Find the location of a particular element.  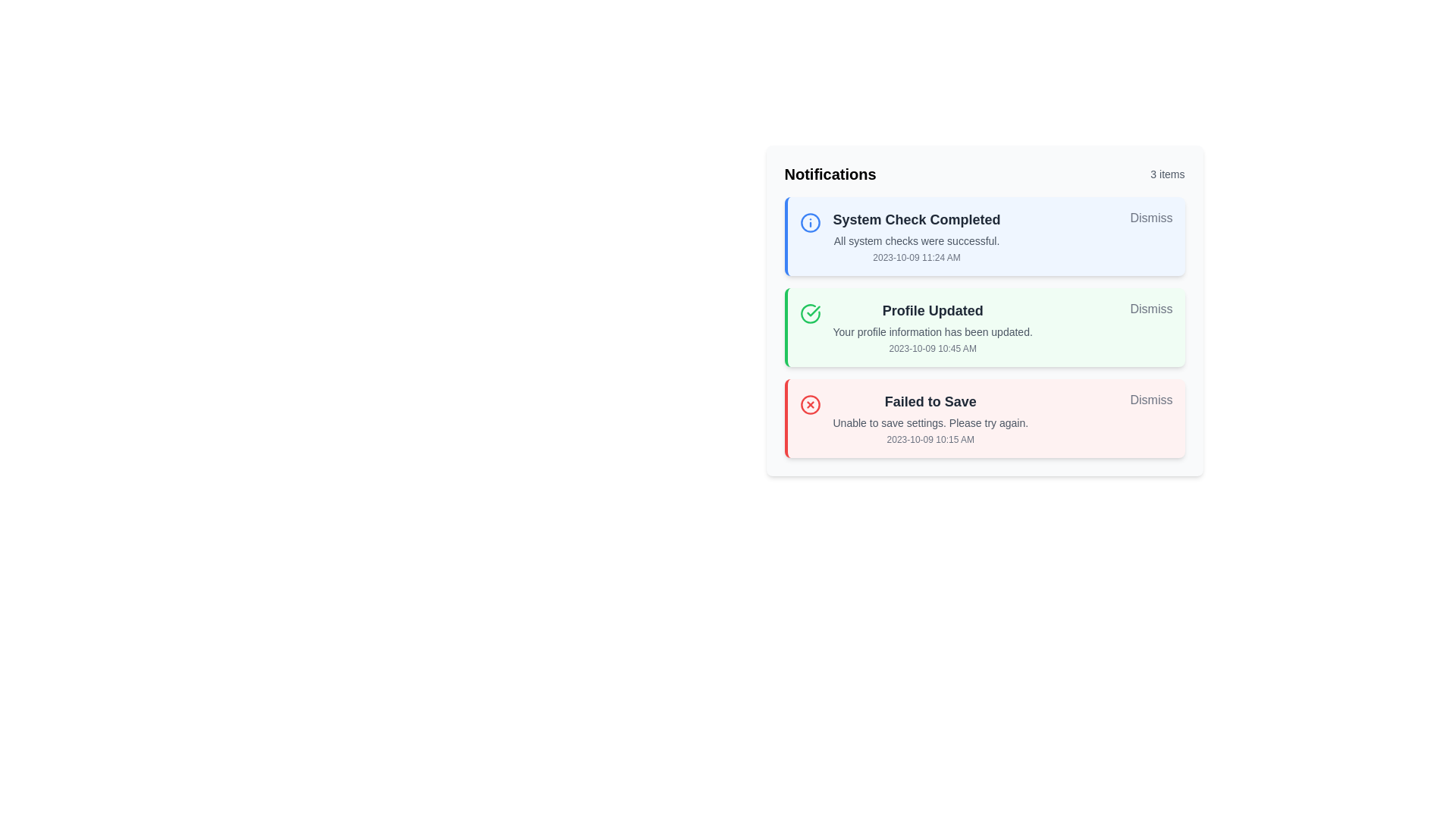

the static text label that informs the user of a failed saving operation, located in the third notification card, positioned below the title of the second notification is located at coordinates (930, 400).